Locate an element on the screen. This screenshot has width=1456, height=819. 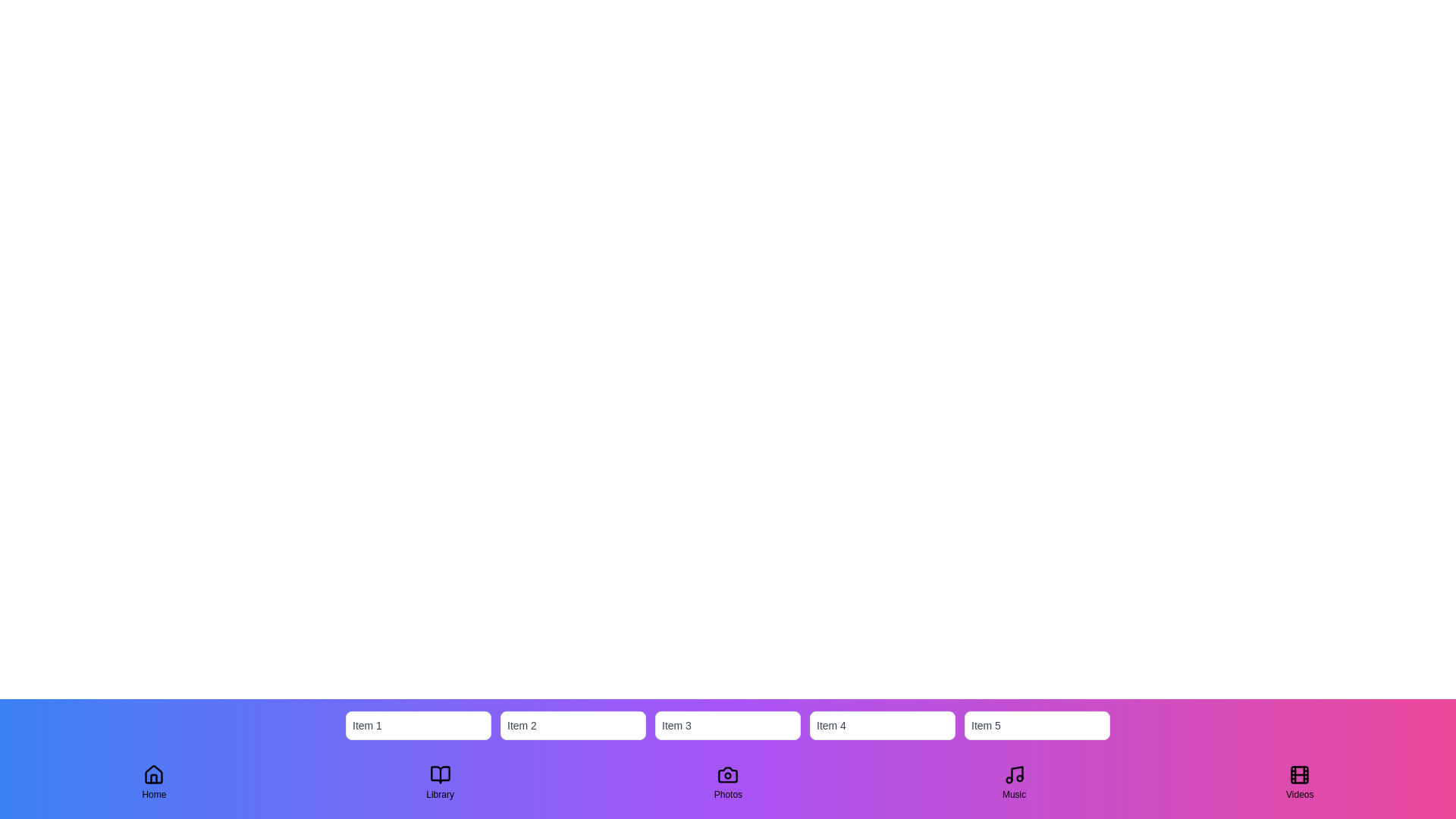
the navigation tab labeled Photos to observe visual feedback is located at coordinates (728, 783).